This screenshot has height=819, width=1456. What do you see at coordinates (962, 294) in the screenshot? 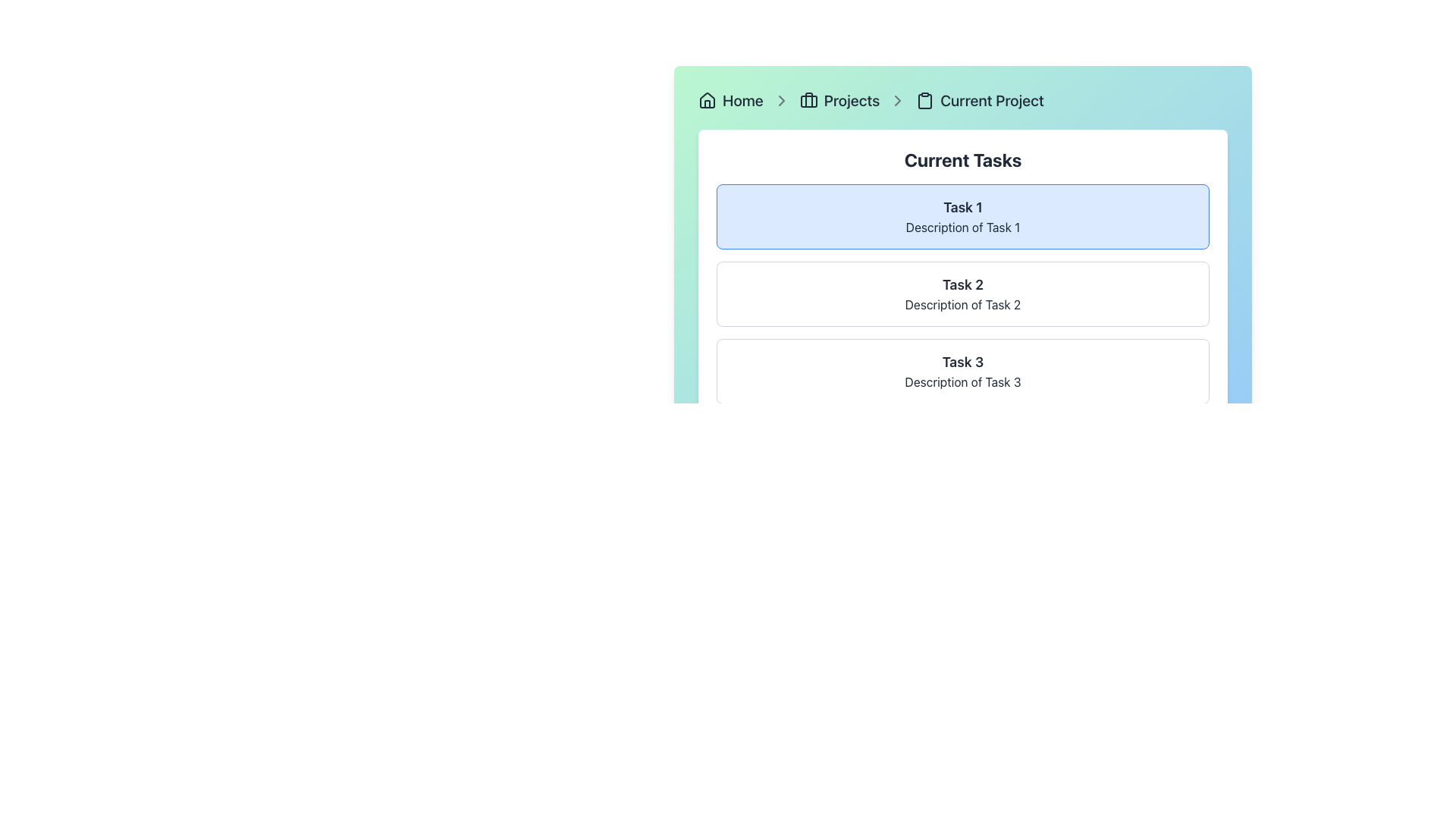
I see `the non-interactive display component that shows information about 'Task 2' in the 'Current Tasks' section` at bounding box center [962, 294].